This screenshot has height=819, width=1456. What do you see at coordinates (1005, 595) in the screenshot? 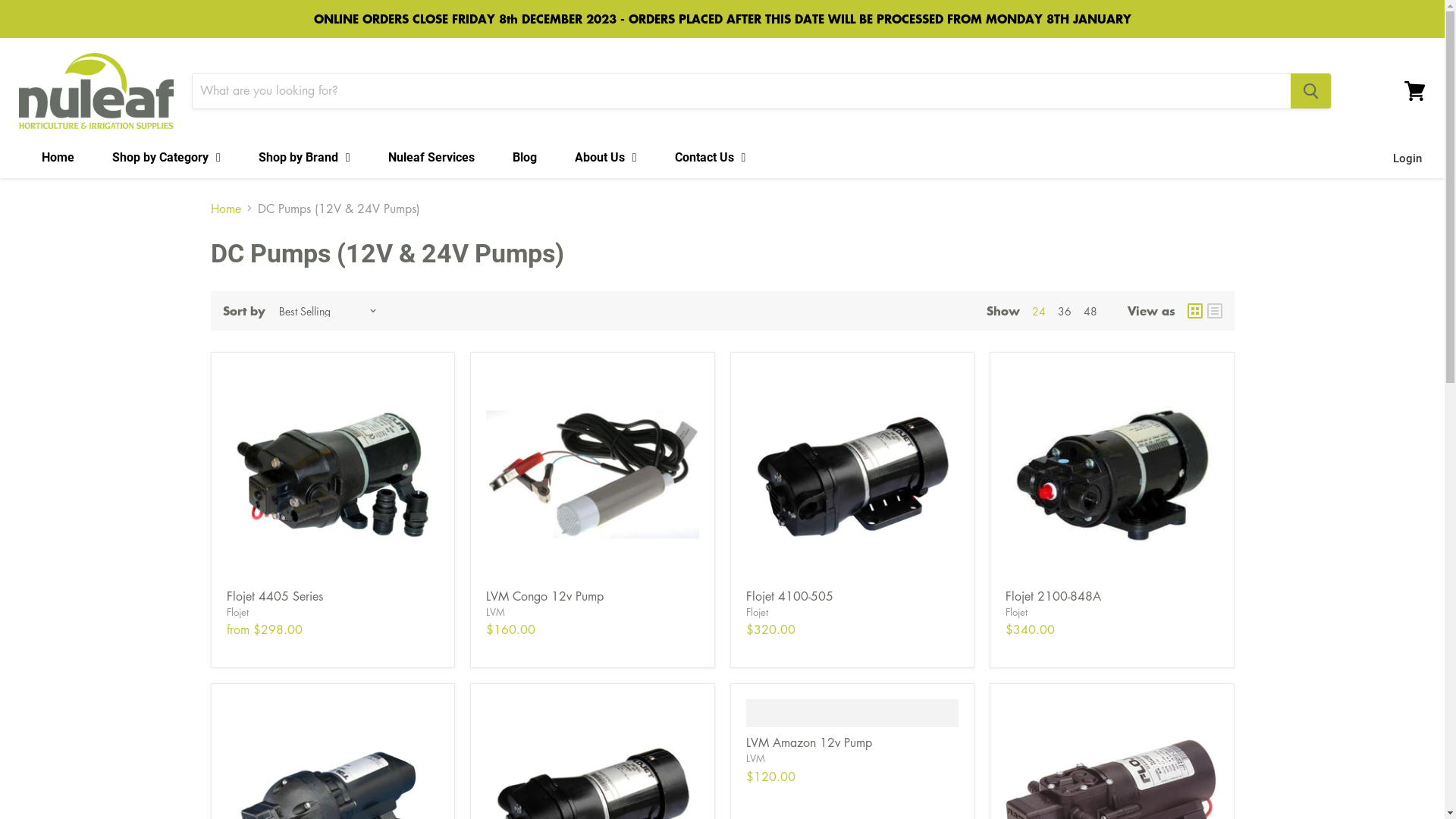
I see `'Flojet 2100-848A'` at bounding box center [1005, 595].